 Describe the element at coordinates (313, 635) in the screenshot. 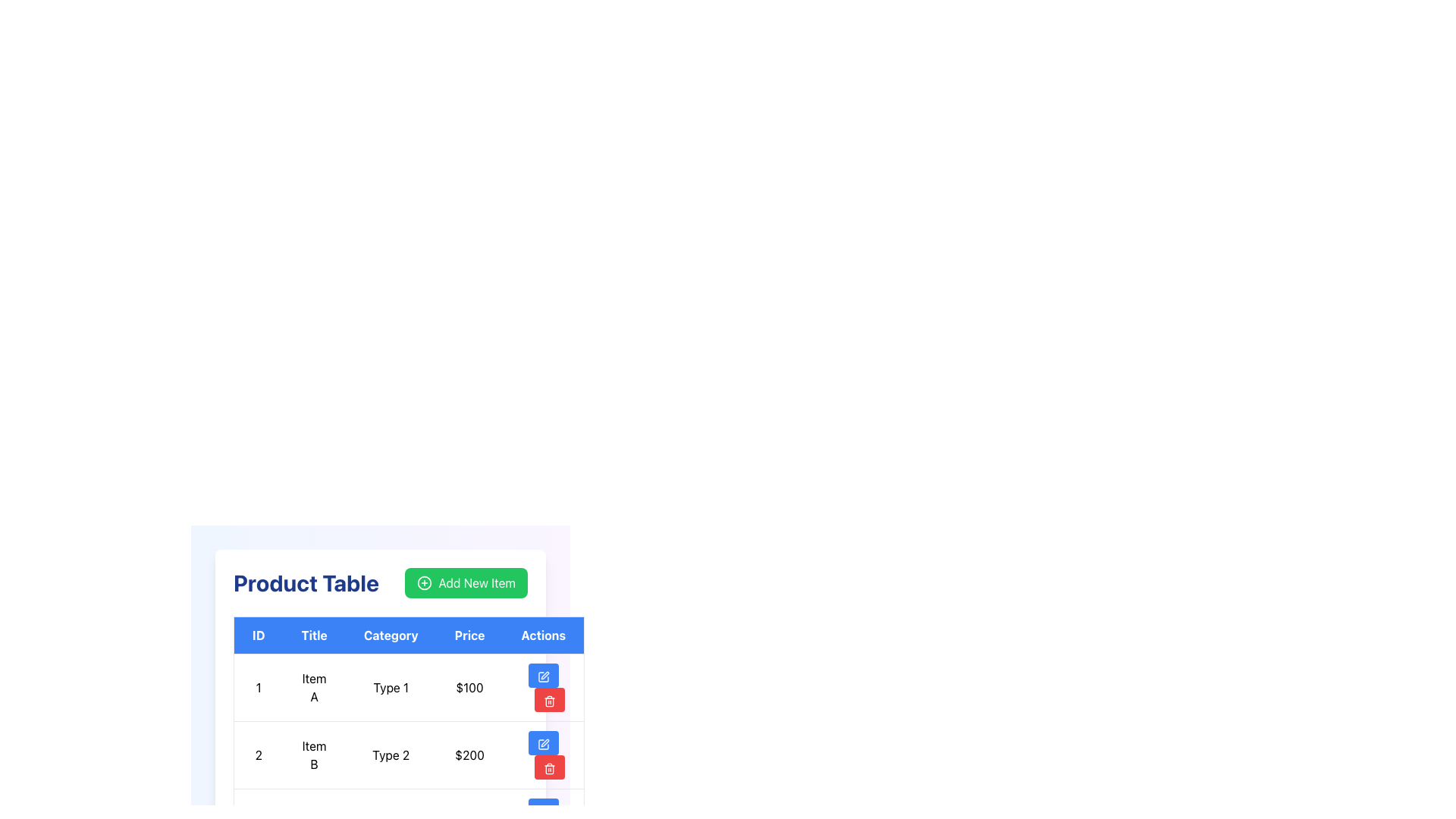

I see `the Table Header Cell labeled 'Title' with a blue background to sort the corresponding column` at that location.